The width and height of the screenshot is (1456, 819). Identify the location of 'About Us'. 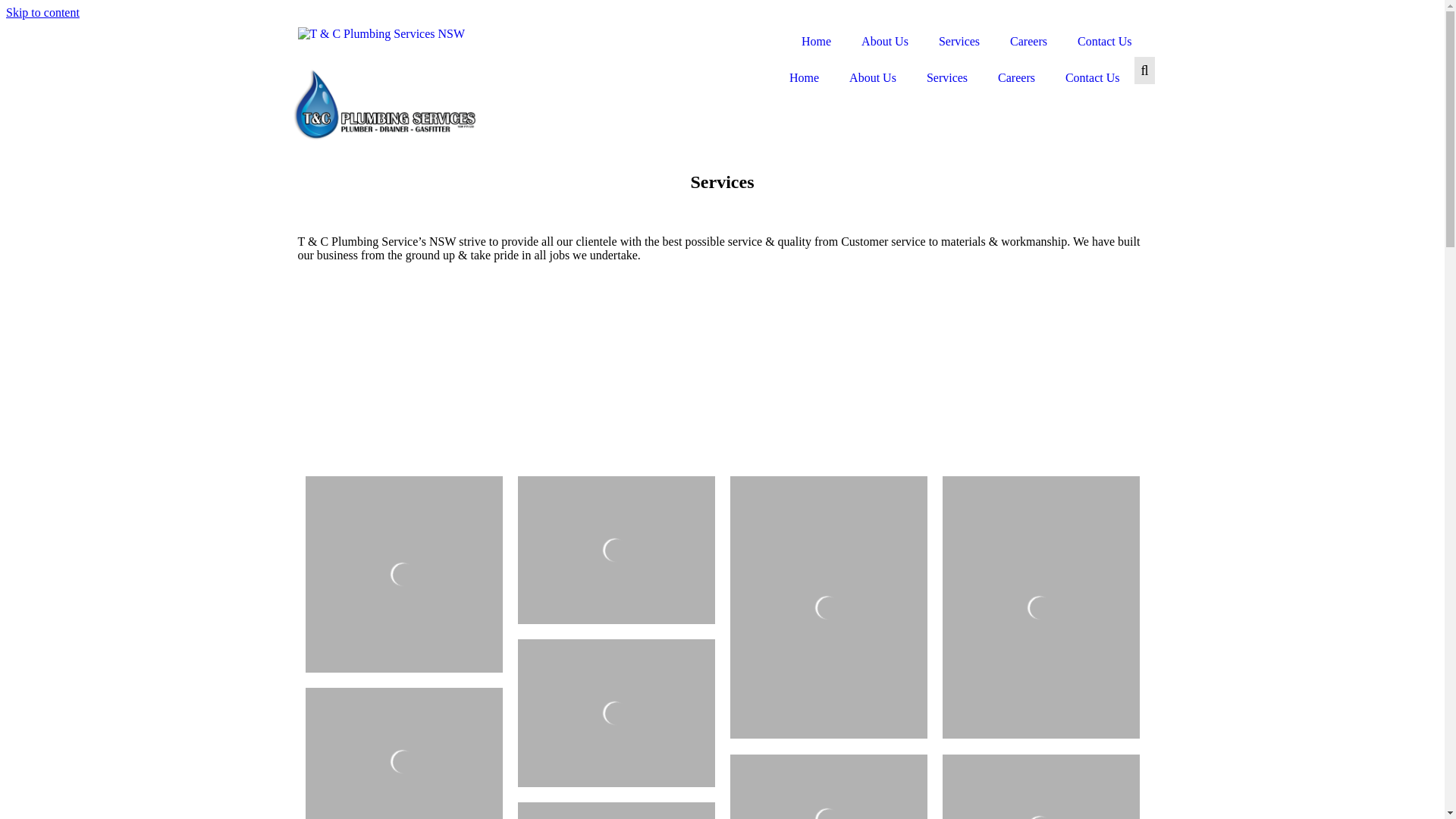
(846, 40).